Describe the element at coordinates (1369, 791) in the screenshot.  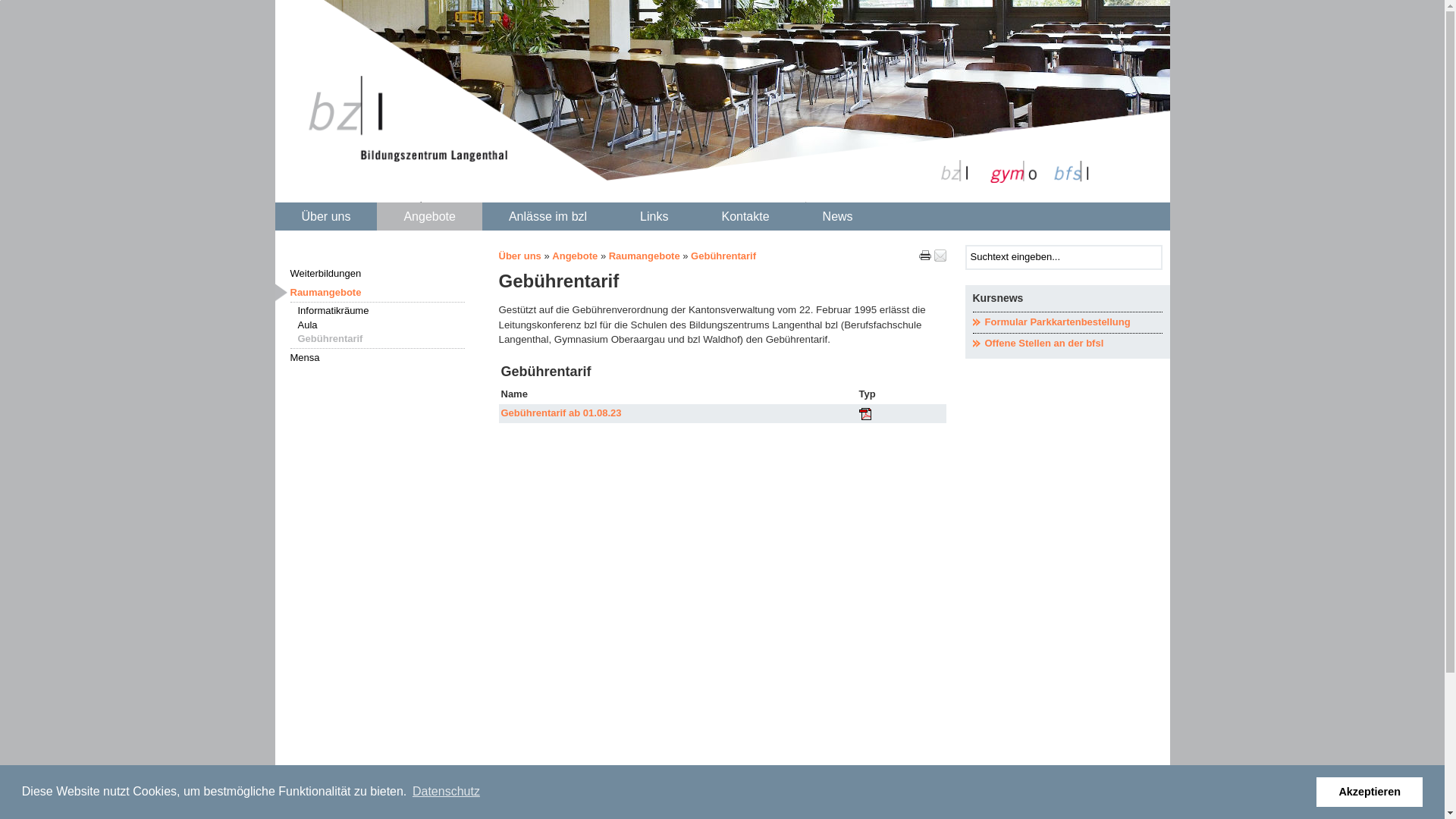
I see `'Akzeptieren'` at that location.